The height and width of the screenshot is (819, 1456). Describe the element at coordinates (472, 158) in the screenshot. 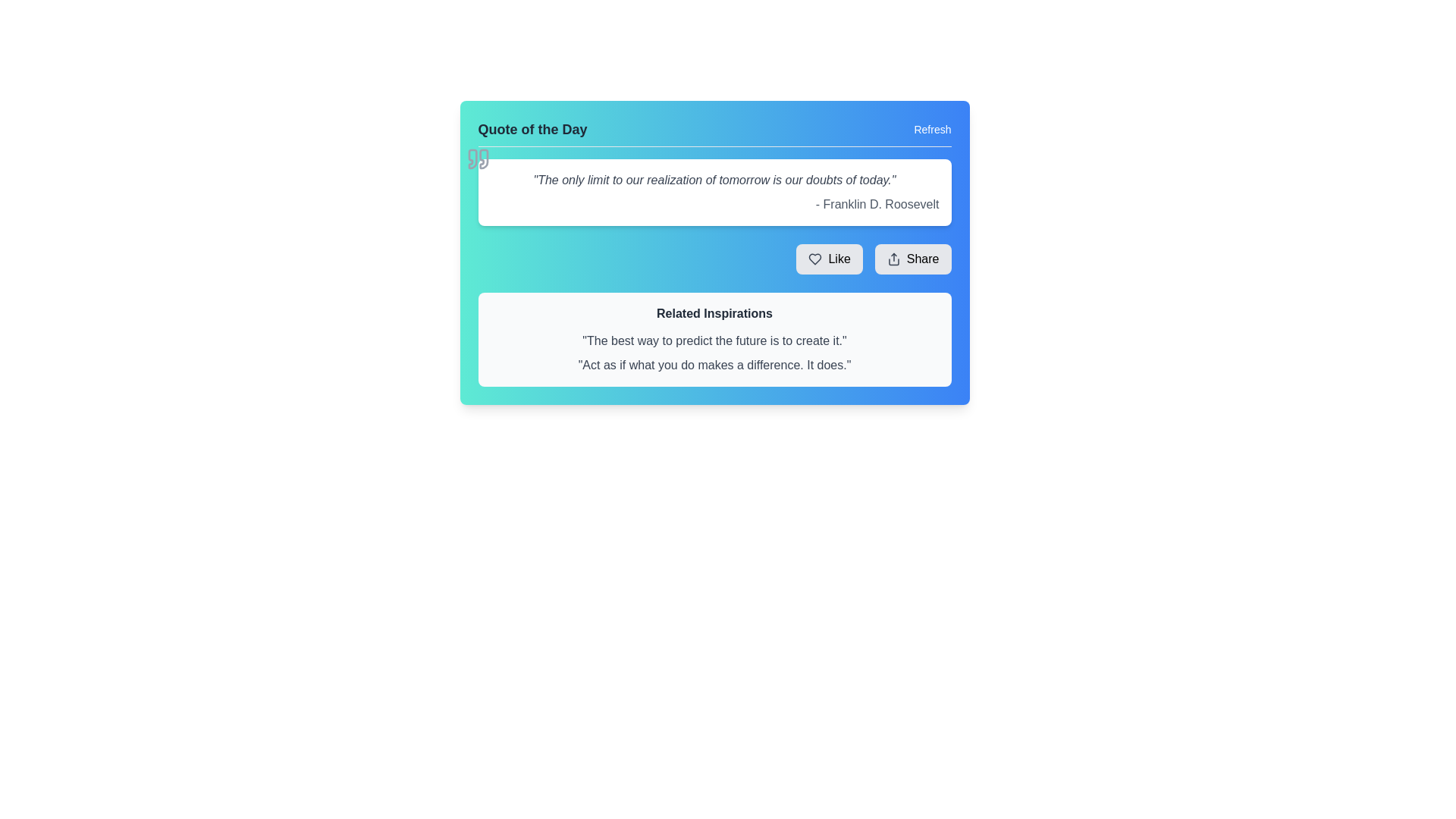

I see `the left quotation mark SVG graphic component that complements the 'Quote of the Day' panel` at that location.